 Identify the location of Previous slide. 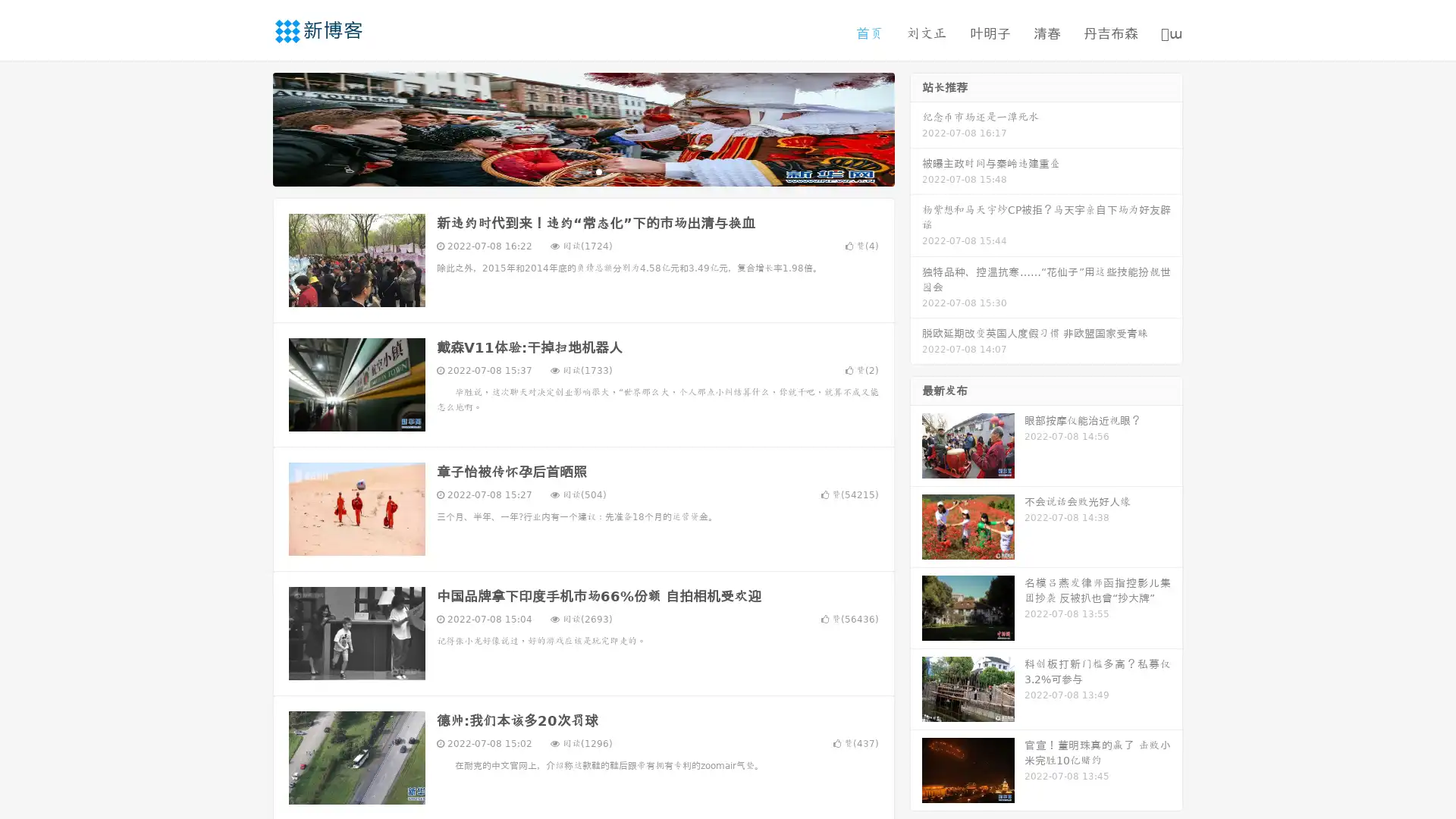
(250, 127).